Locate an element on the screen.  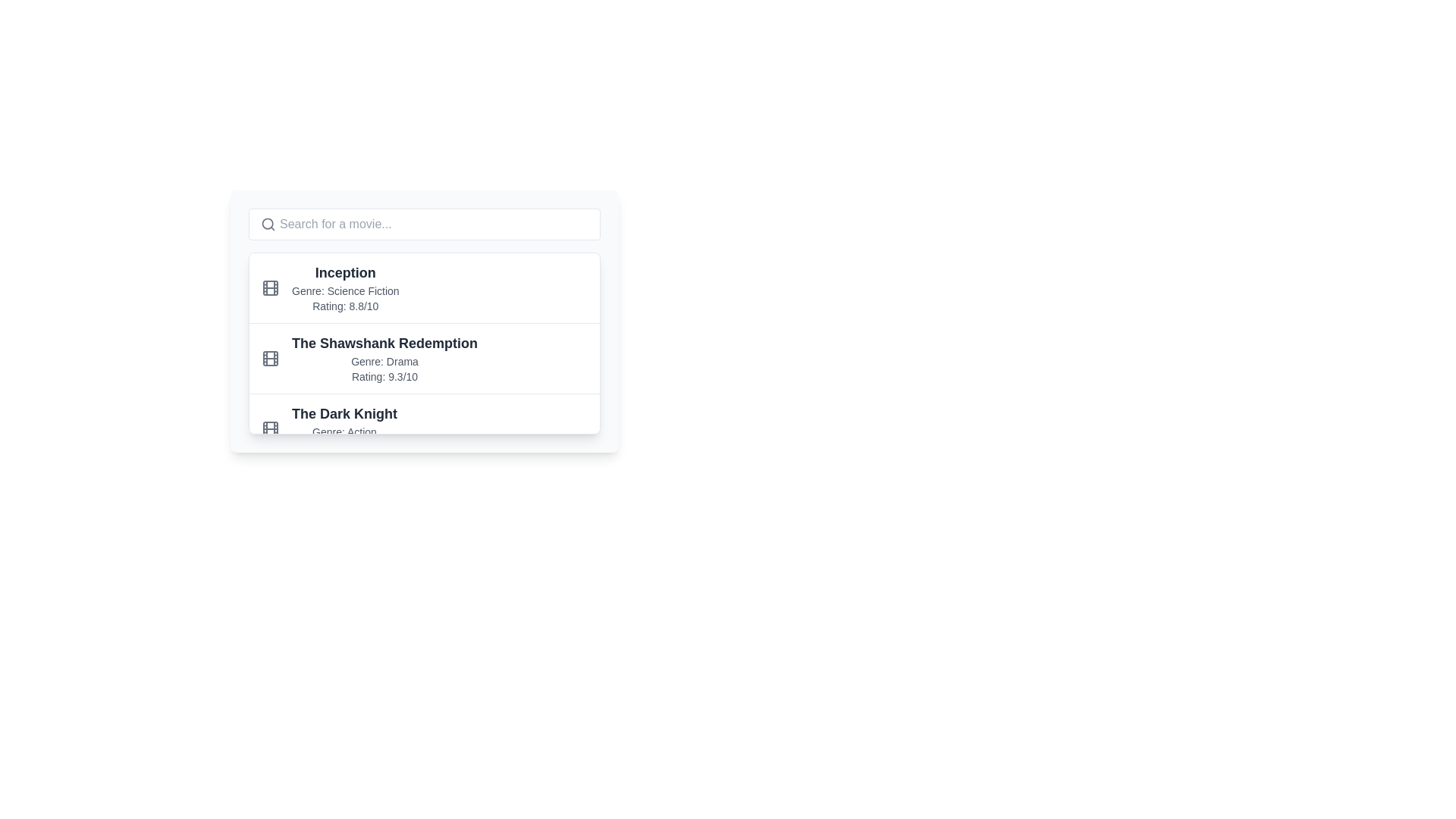
the text label that reads 'Genre: Action', which is aligned with the left edge of 'The Dark Knight' and is positioned beneath it is located at coordinates (344, 432).